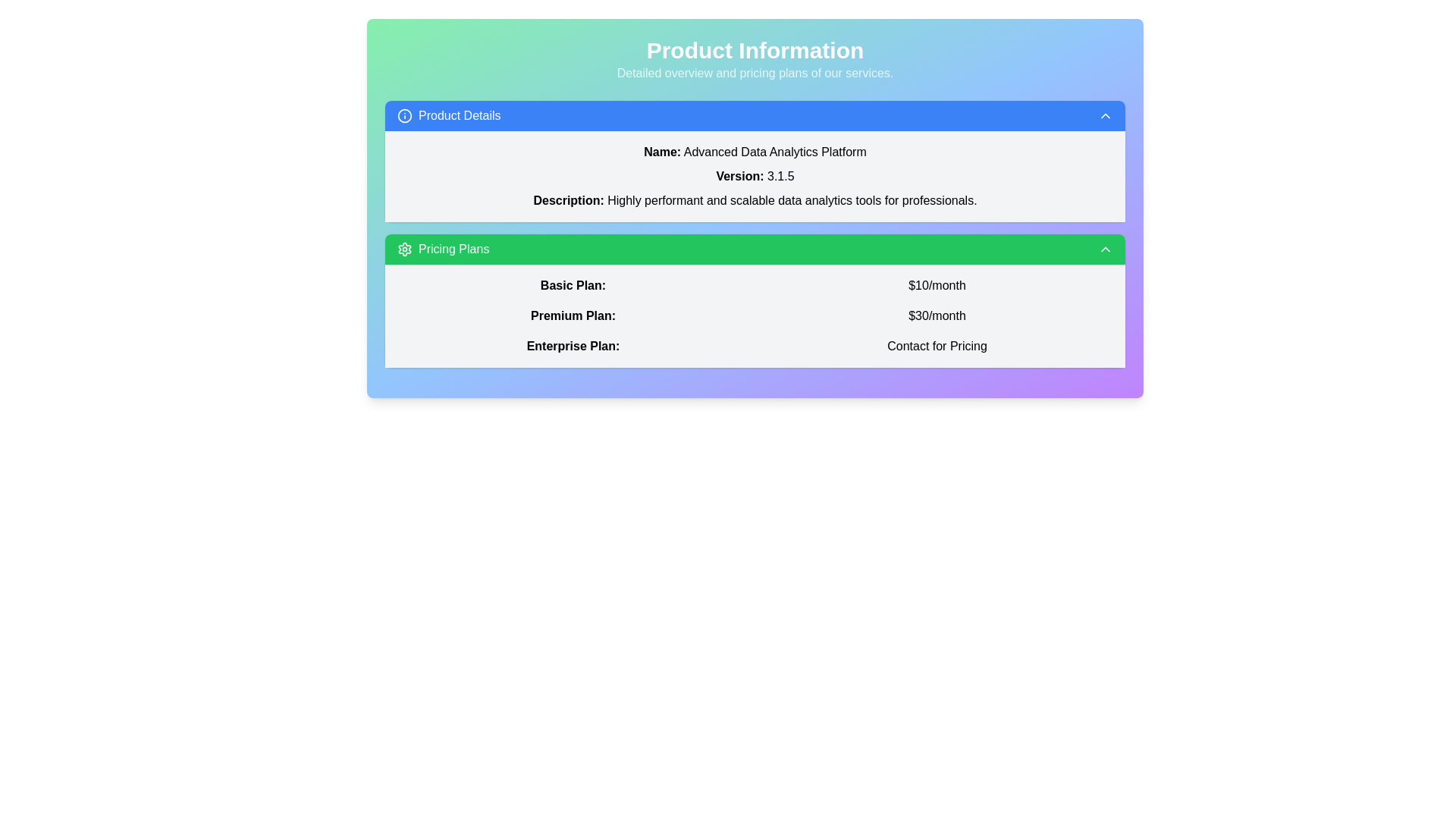 The image size is (1456, 819). Describe the element at coordinates (937, 315) in the screenshot. I see `text element displaying the subscription cost for the Premium Plan, which is styled as bold black text reading '$30/month', located in the second row of the pricing table aligned with 'Premium Plan:'` at that location.